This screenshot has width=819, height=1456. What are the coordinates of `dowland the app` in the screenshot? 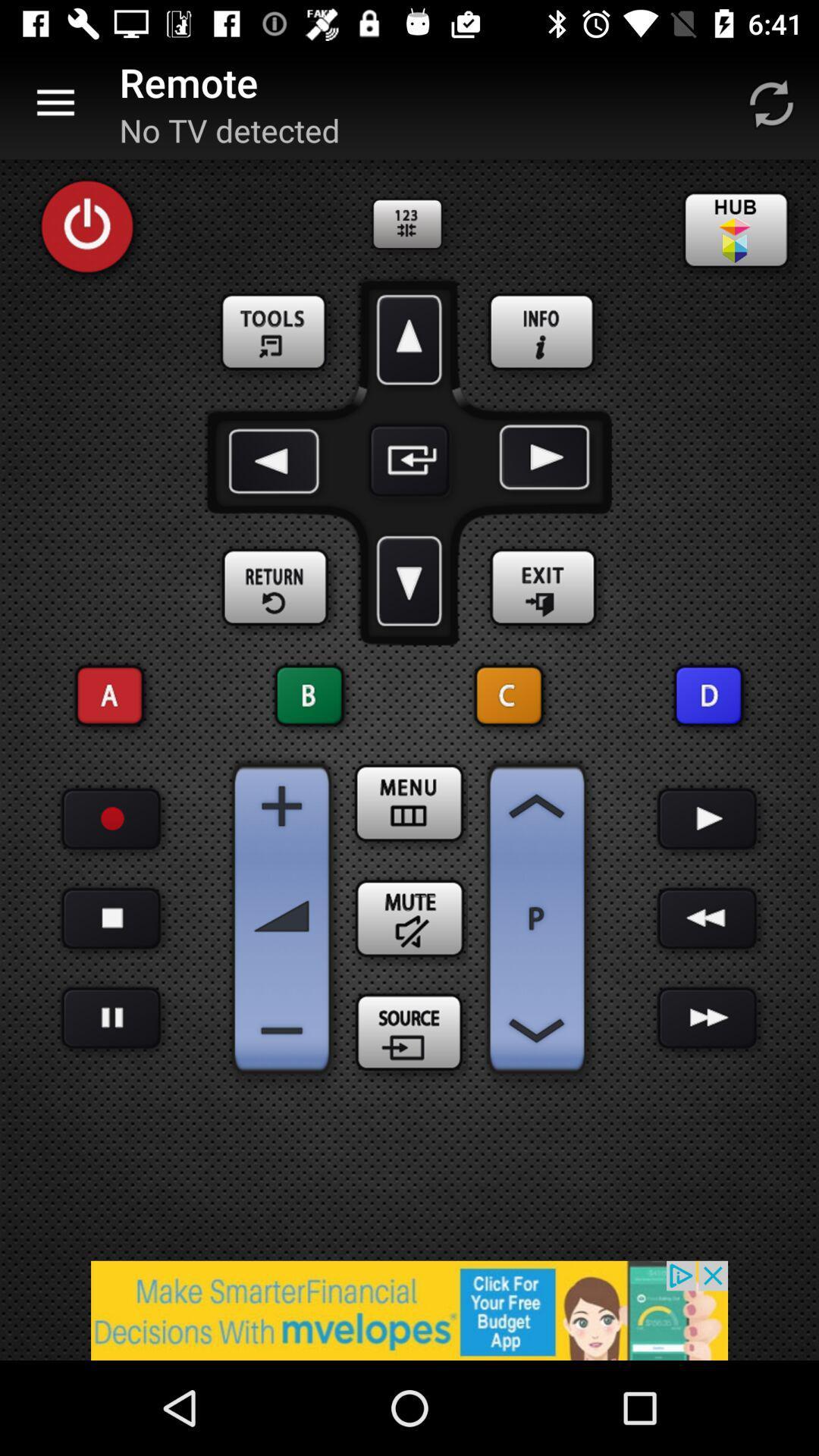 It's located at (409, 580).